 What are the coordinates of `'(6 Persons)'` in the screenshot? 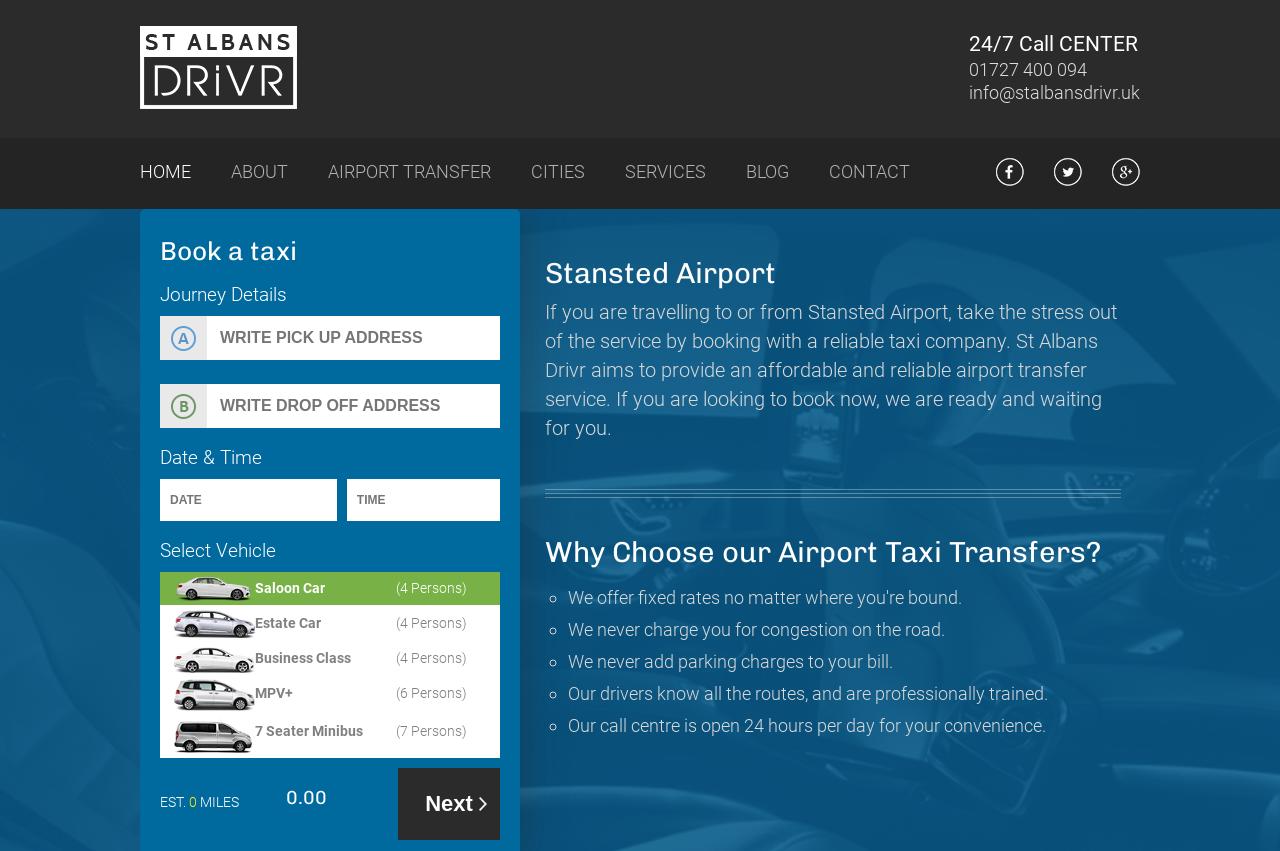 It's located at (395, 692).